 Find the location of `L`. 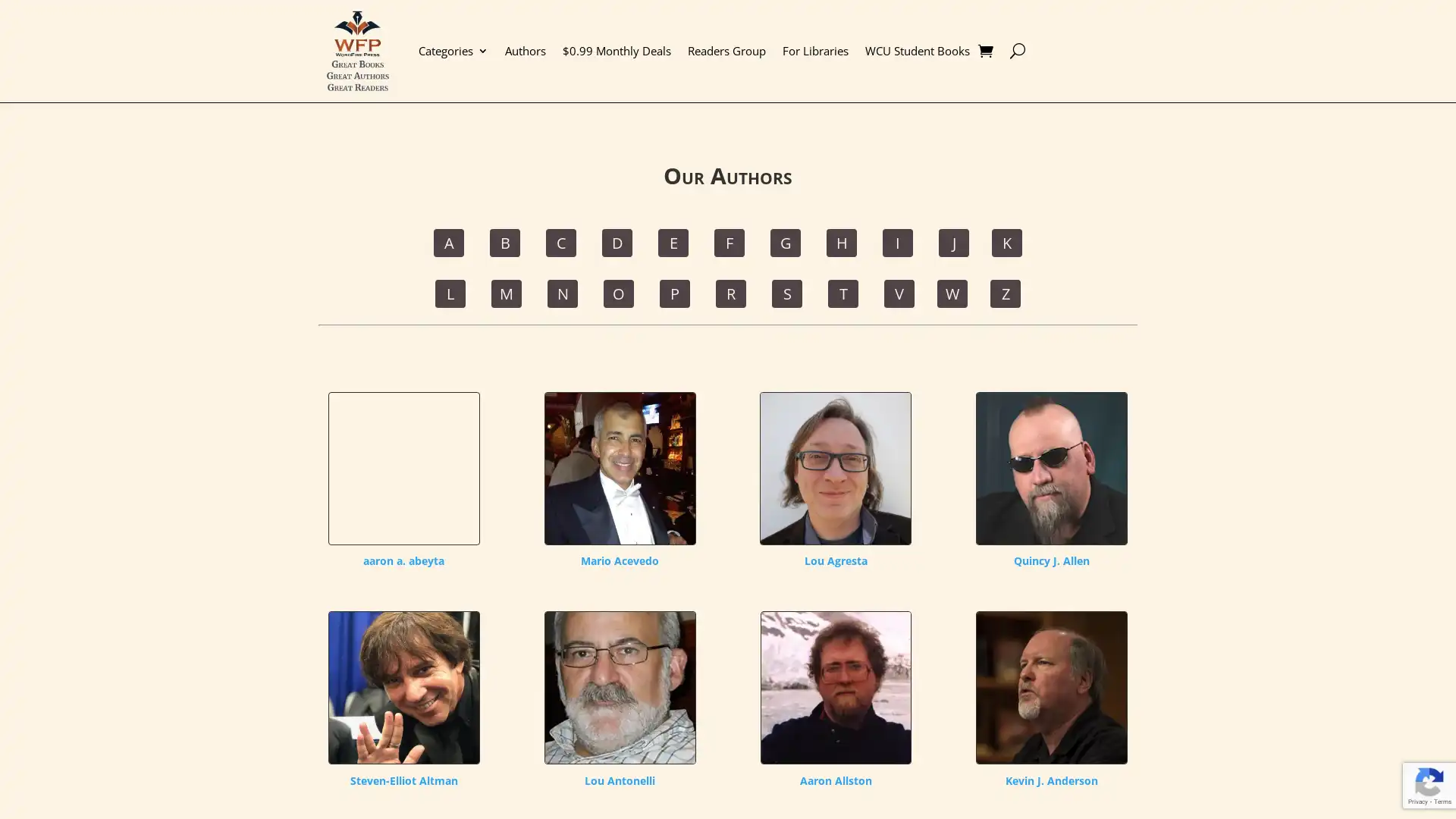

L is located at coordinates (450, 293).